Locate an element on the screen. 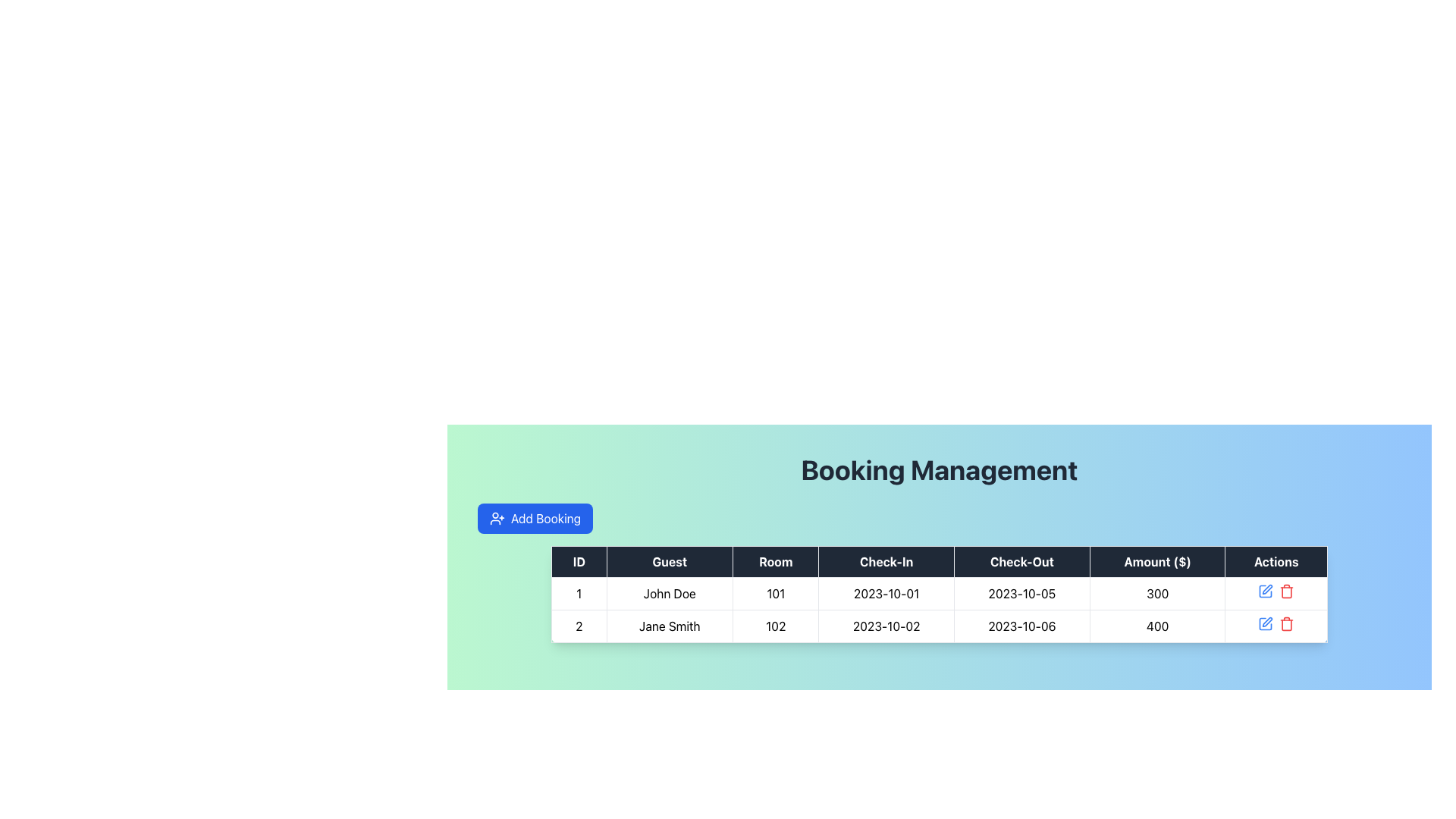 This screenshot has height=819, width=1456. the table cell containing the text '1', which is the first column of the first row under the 'ID' header, adjacent to the 'Guest' column with 'John Doe' is located at coordinates (578, 593).